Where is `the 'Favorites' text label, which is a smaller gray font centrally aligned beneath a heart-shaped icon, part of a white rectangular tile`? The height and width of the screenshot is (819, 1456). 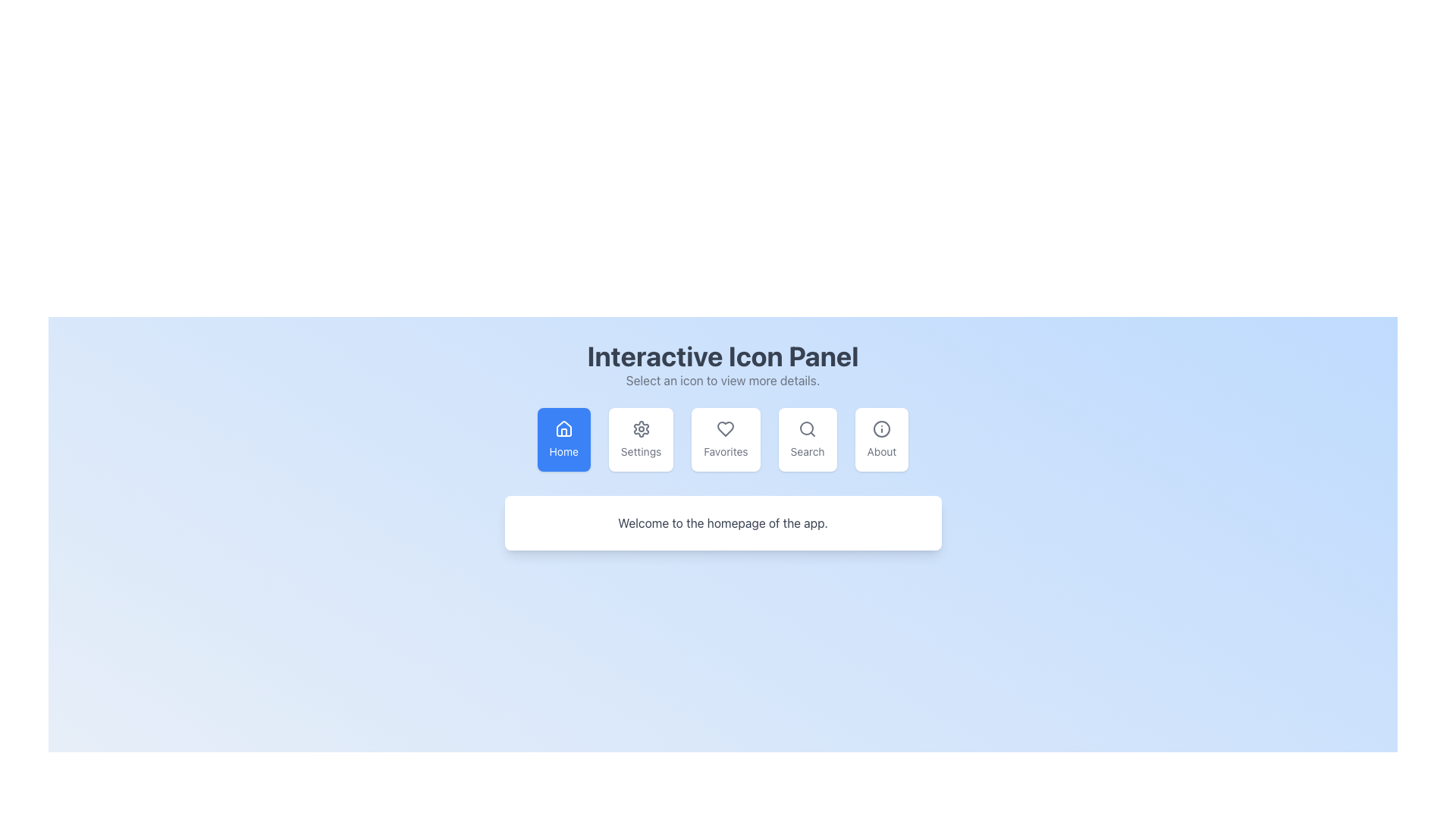
the 'Favorites' text label, which is a smaller gray font centrally aligned beneath a heart-shaped icon, part of a white rectangular tile is located at coordinates (725, 451).